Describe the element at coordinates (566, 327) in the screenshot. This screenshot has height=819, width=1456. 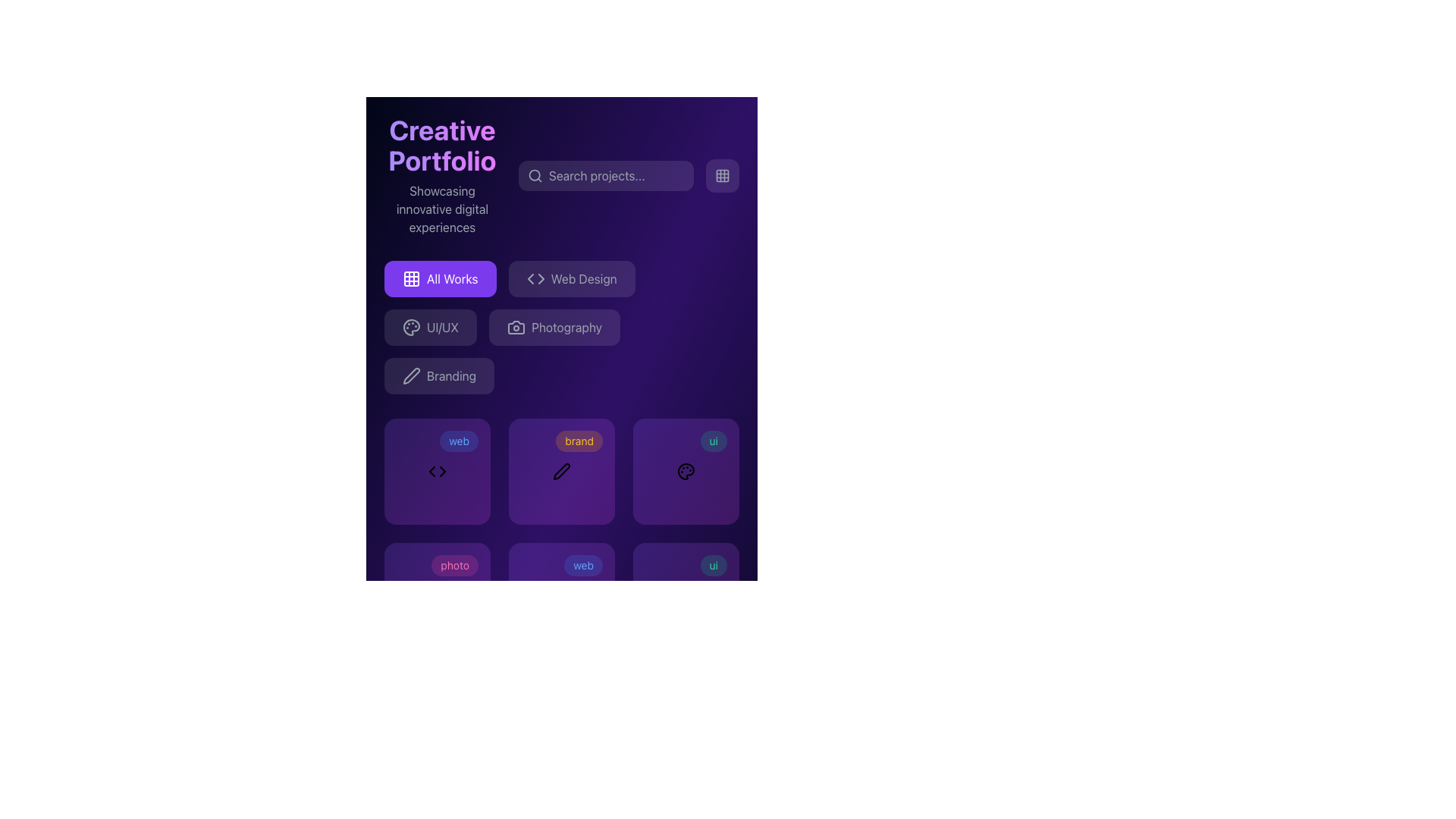
I see `text label representing the category or project named 'Photography' located in the second row and third column of buttons, adjacent to a camera icon` at that location.